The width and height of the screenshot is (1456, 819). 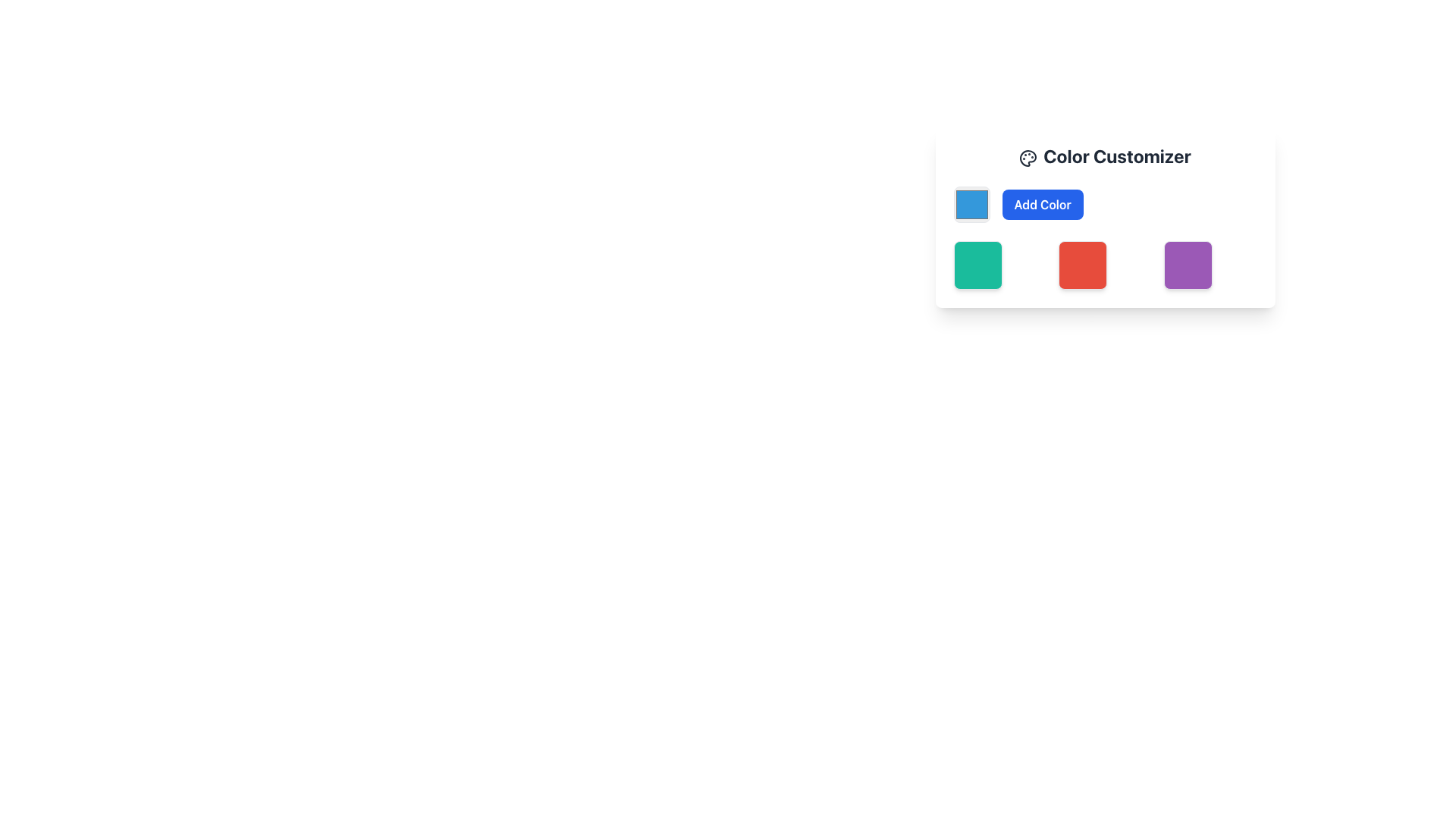 What do you see at coordinates (1210, 265) in the screenshot?
I see `the last square with a purple background in the 'Color Customizer' interface` at bounding box center [1210, 265].